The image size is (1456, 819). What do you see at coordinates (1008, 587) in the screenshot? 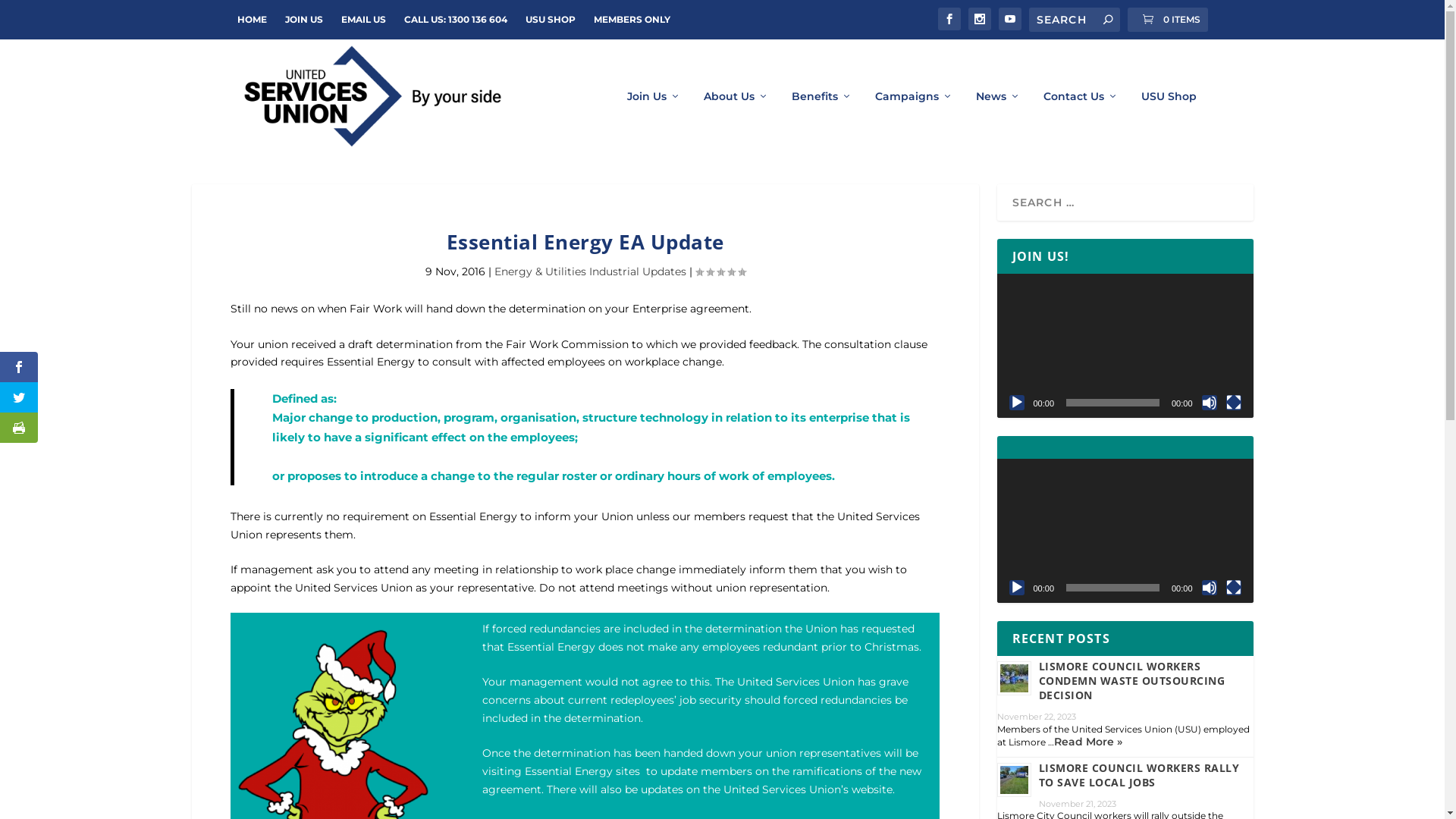
I see `'Play'` at bounding box center [1008, 587].